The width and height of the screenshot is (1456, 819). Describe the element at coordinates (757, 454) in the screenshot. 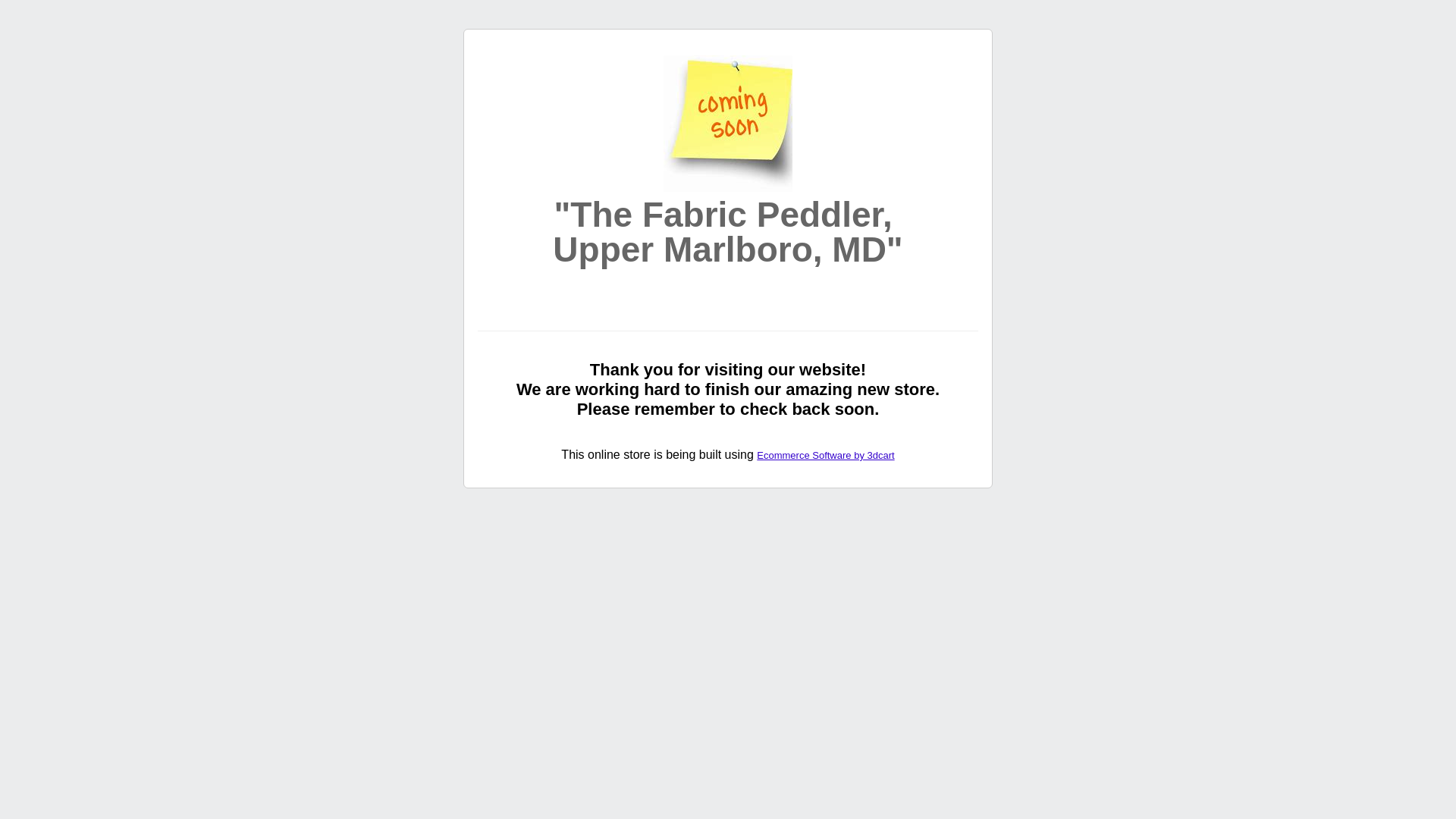

I see `'Ecommerce Software by 3dcart'` at that location.